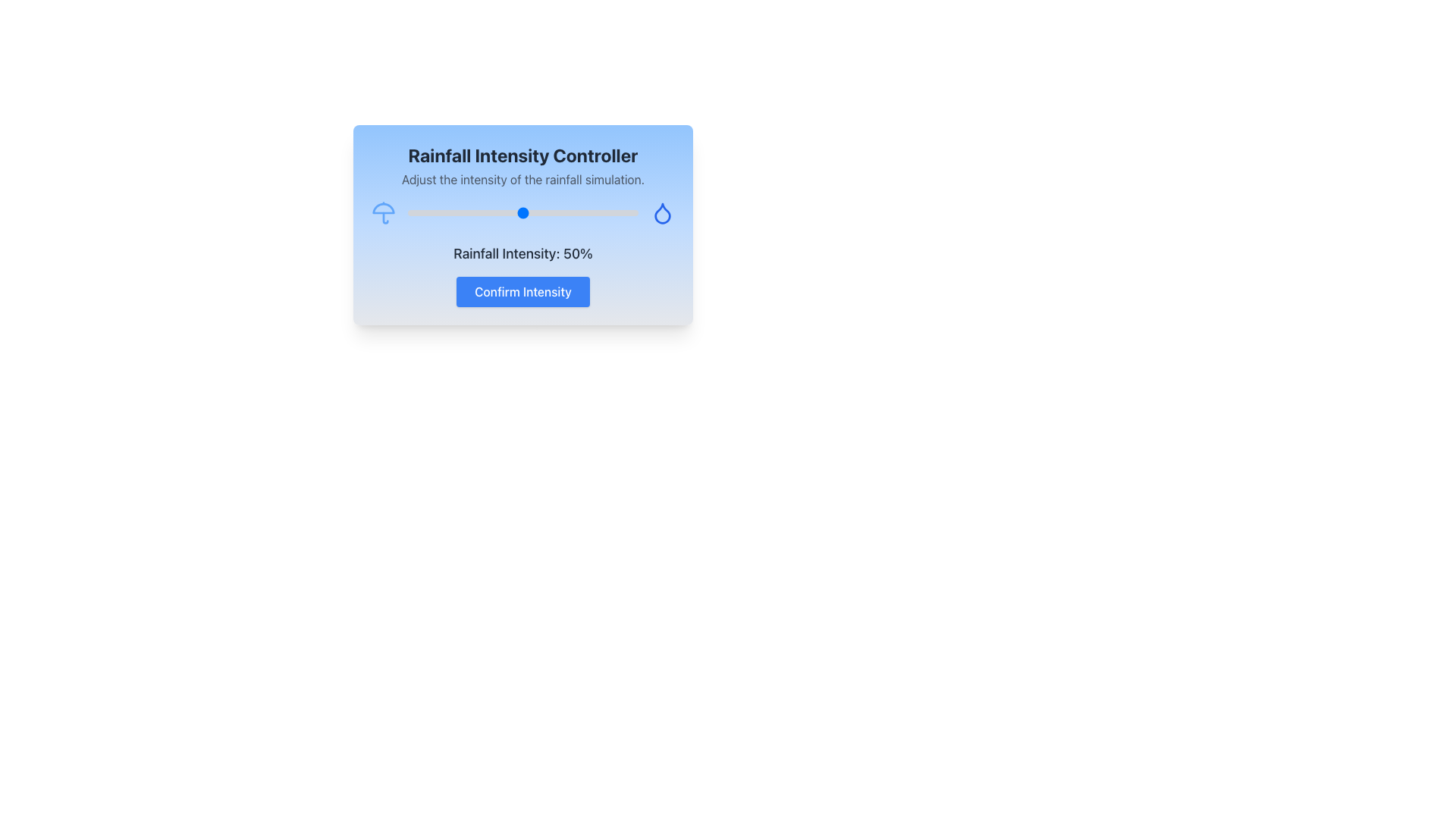 This screenshot has height=819, width=1456. What do you see at coordinates (608, 213) in the screenshot?
I see `the rainfall intensity` at bounding box center [608, 213].